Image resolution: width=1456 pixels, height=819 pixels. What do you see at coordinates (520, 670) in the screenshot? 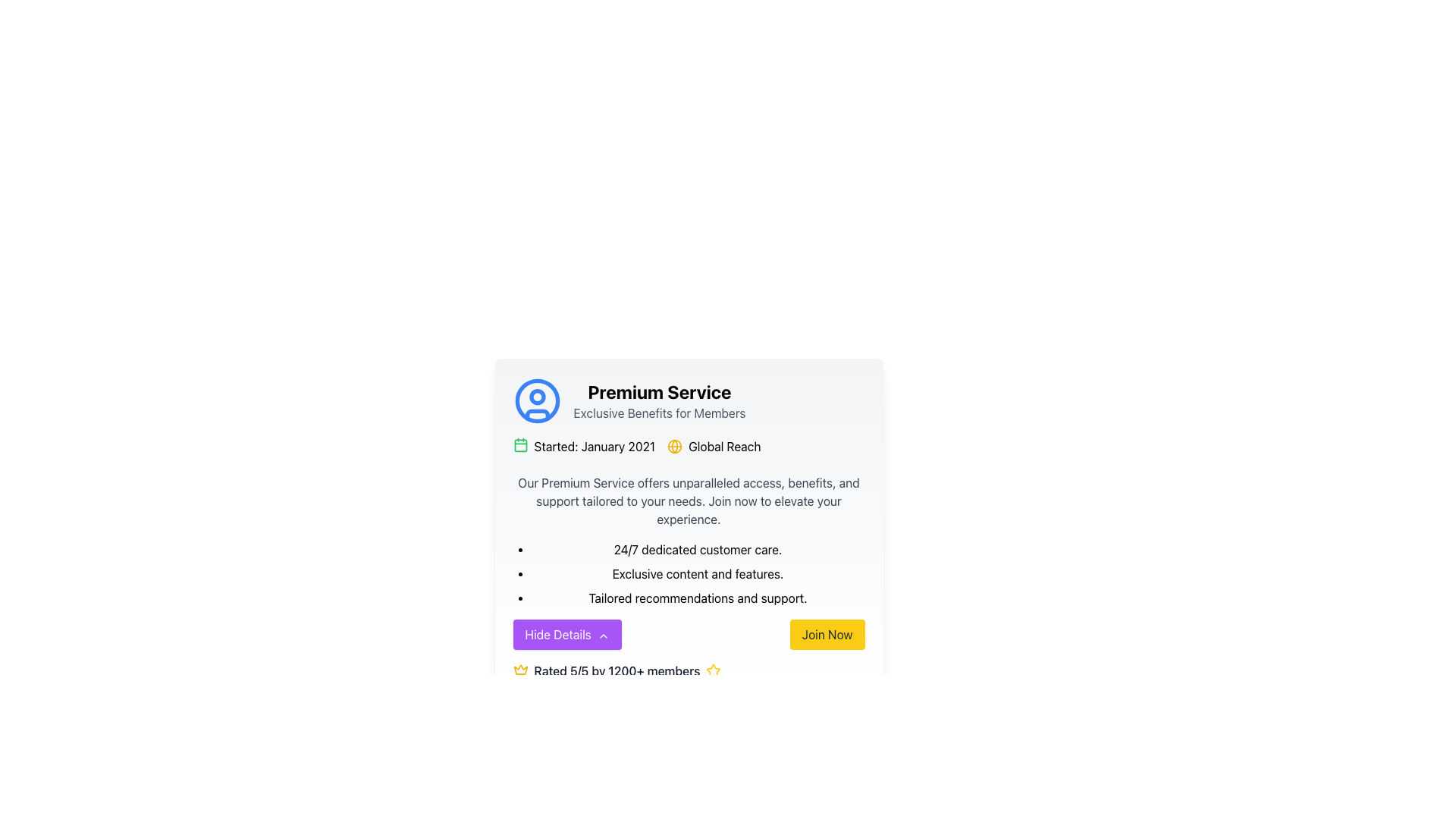
I see `the decorative icon representing prestige or excellence located in the bottom-left of the section containing the 'Rated 5/5 by 1200+ members' text` at bounding box center [520, 670].